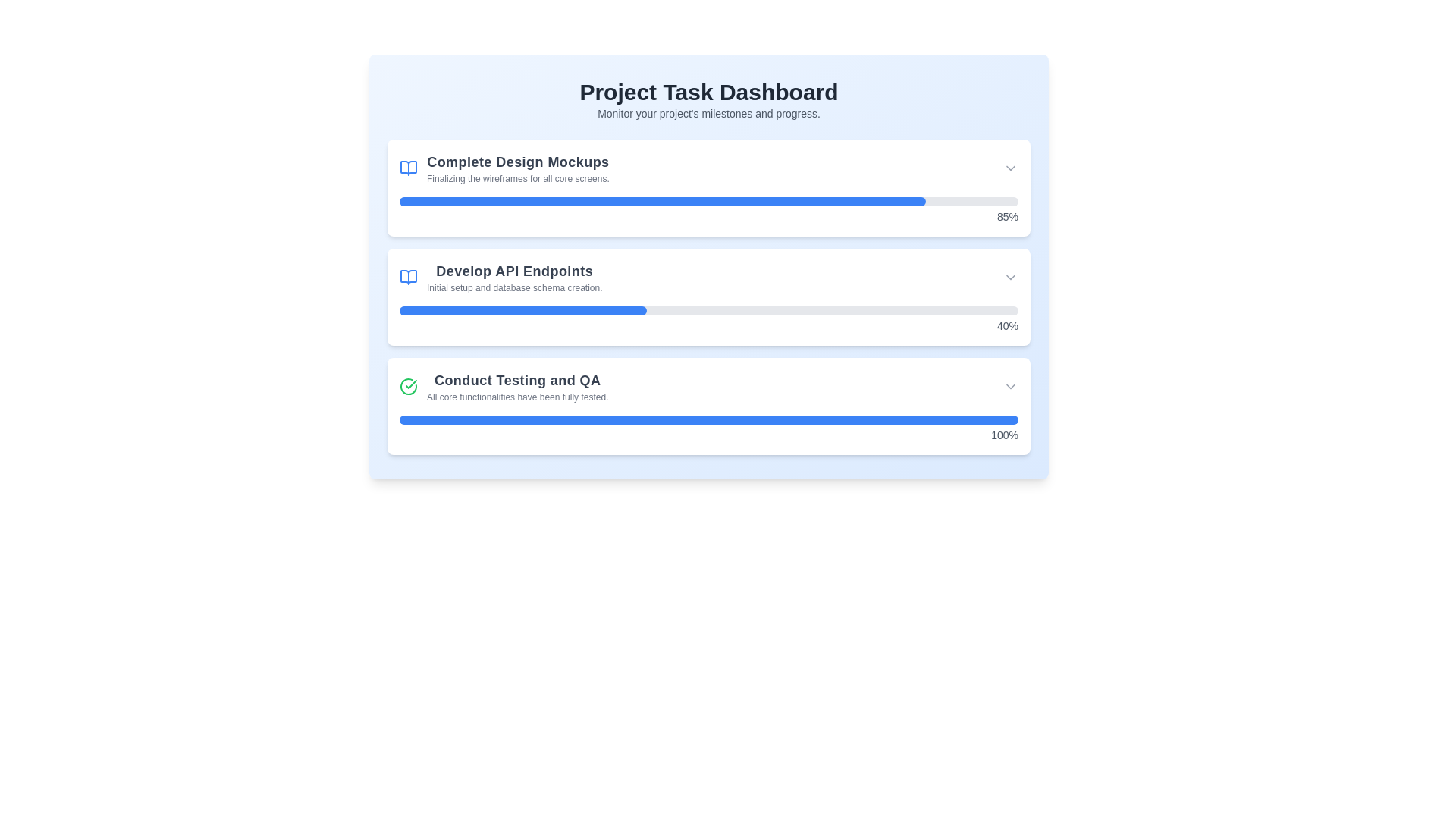 The height and width of the screenshot is (819, 1456). What do you see at coordinates (708, 420) in the screenshot?
I see `the progress bar located in the lower part of the dashboard under the 'Conduct Testing and QA' section, which is fully filled and spans horizontally across the entire width, positioned above the '100%' label` at bounding box center [708, 420].